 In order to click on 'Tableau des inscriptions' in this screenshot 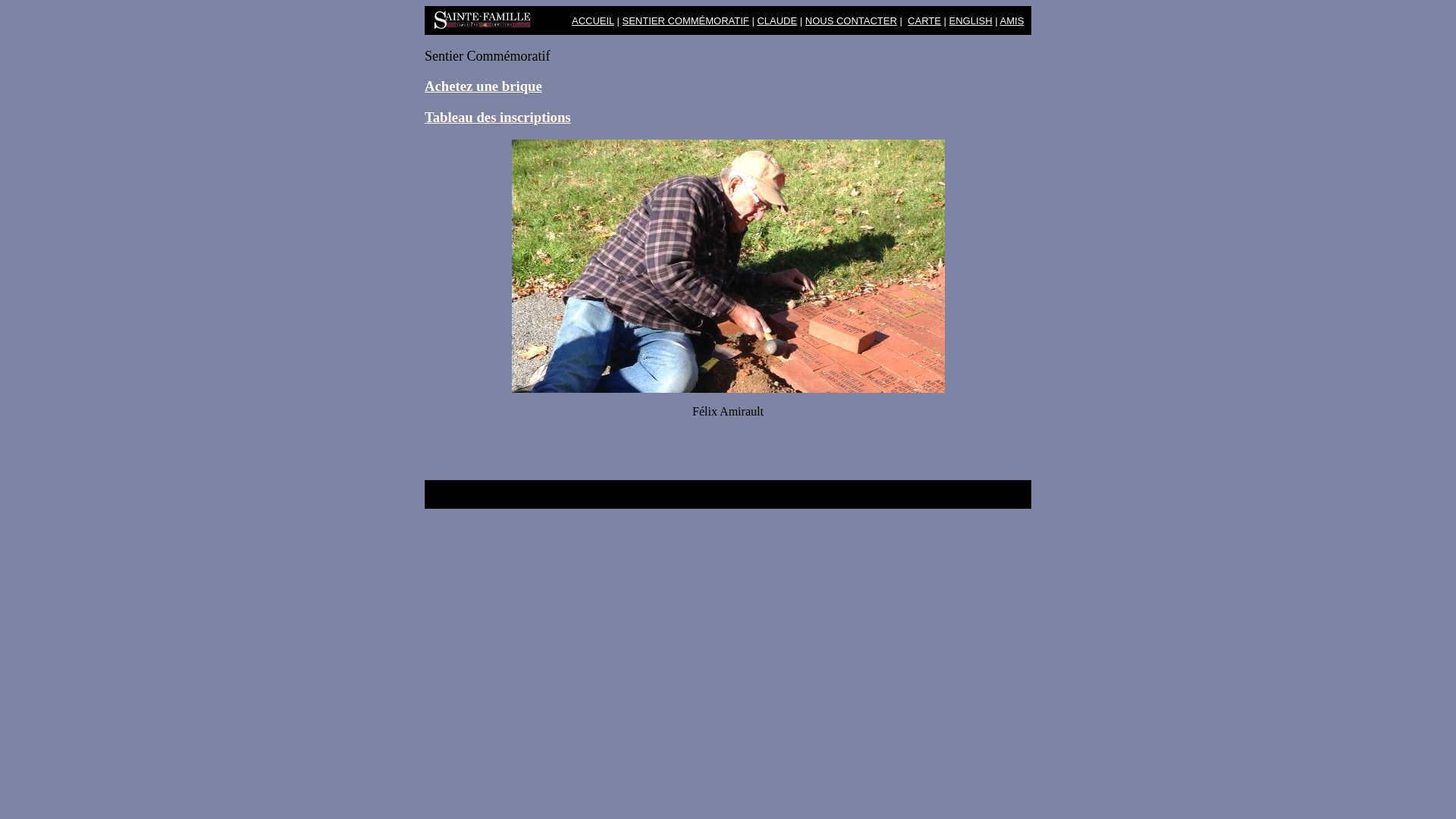, I will do `click(425, 116)`.